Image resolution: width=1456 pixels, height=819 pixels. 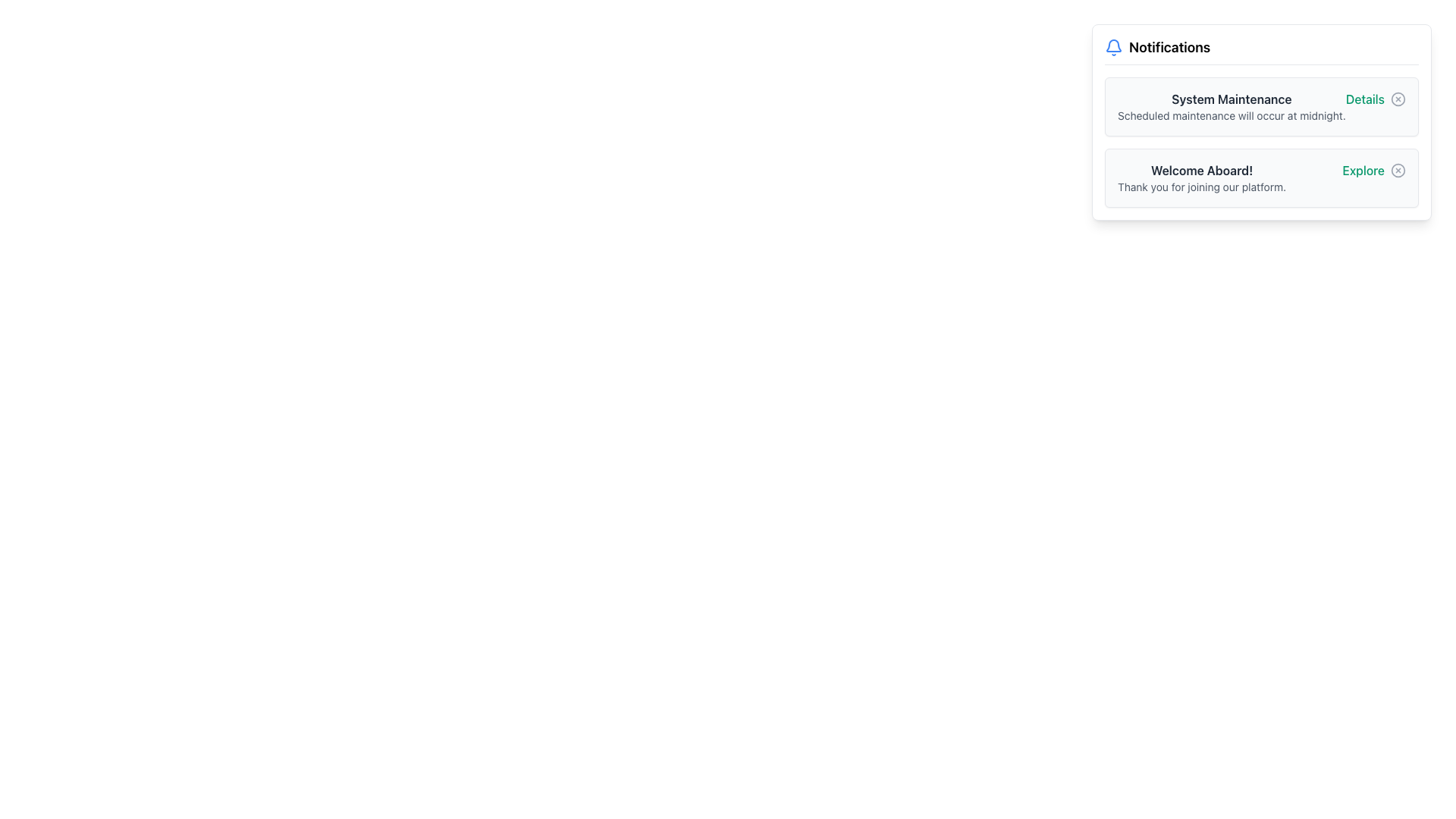 I want to click on text label that serves as the title of the notification card, located at the top of the notification section on the right side of the interface, so click(x=1232, y=99).